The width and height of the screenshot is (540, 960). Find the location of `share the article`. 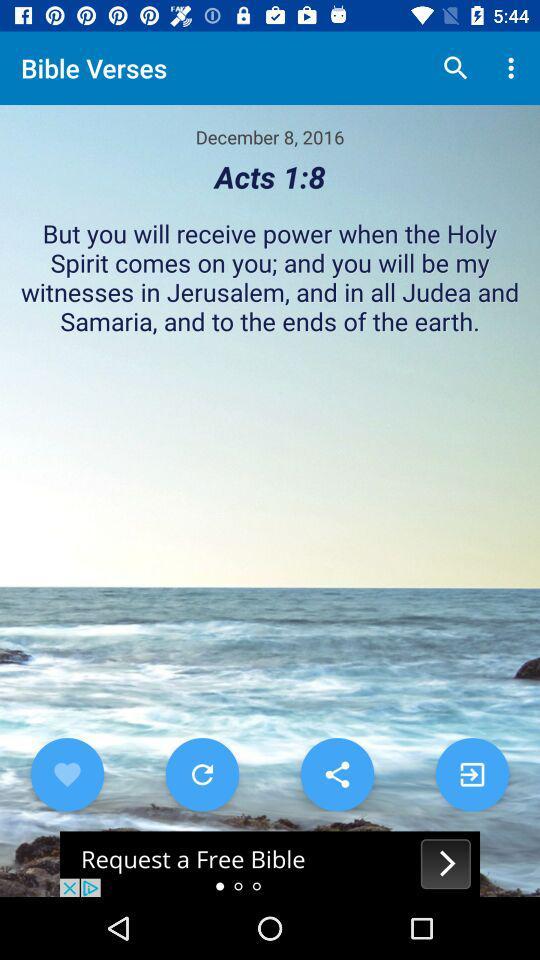

share the article is located at coordinates (270, 863).